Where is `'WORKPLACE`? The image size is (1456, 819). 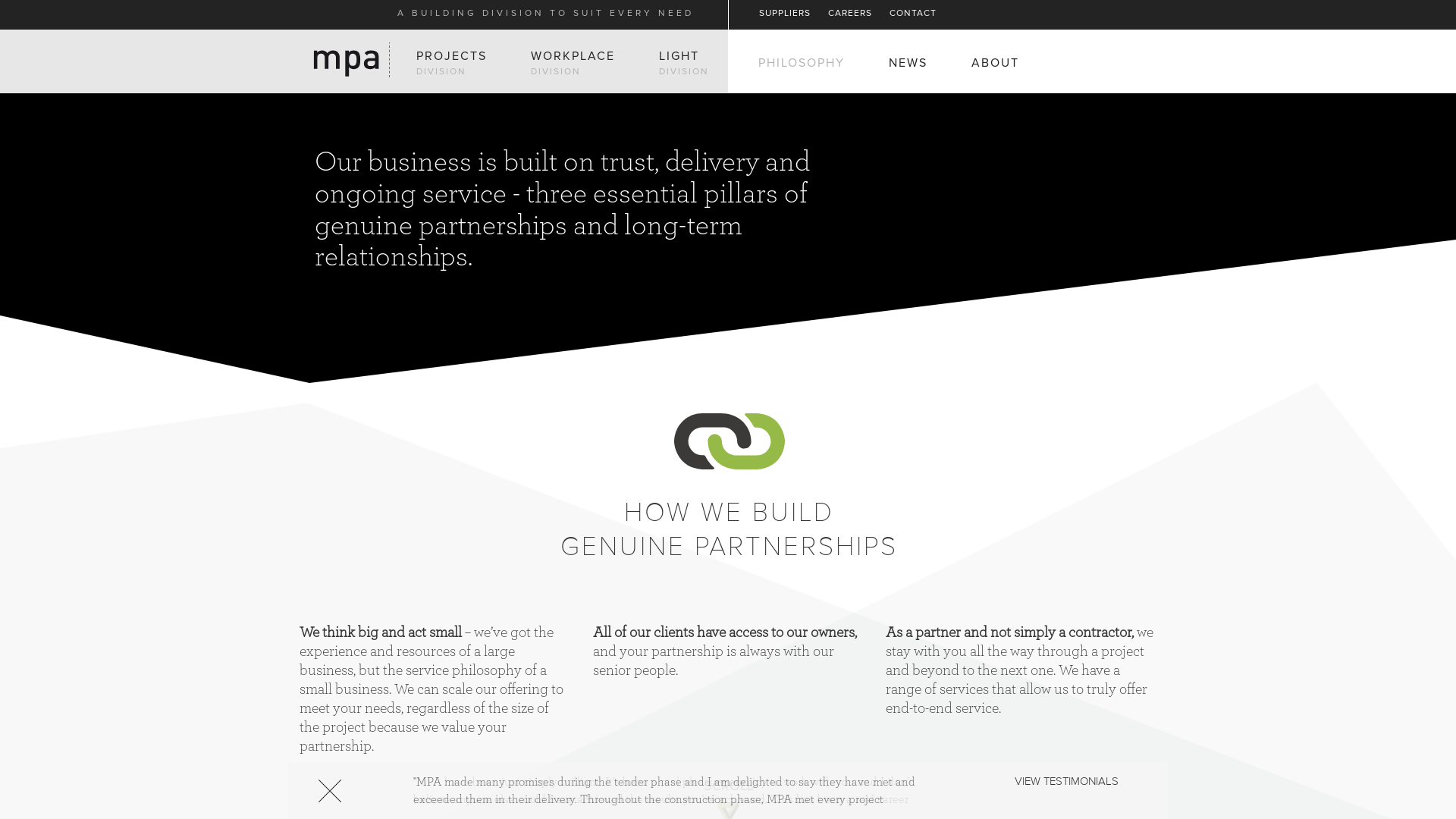
'WORKPLACE is located at coordinates (531, 62).